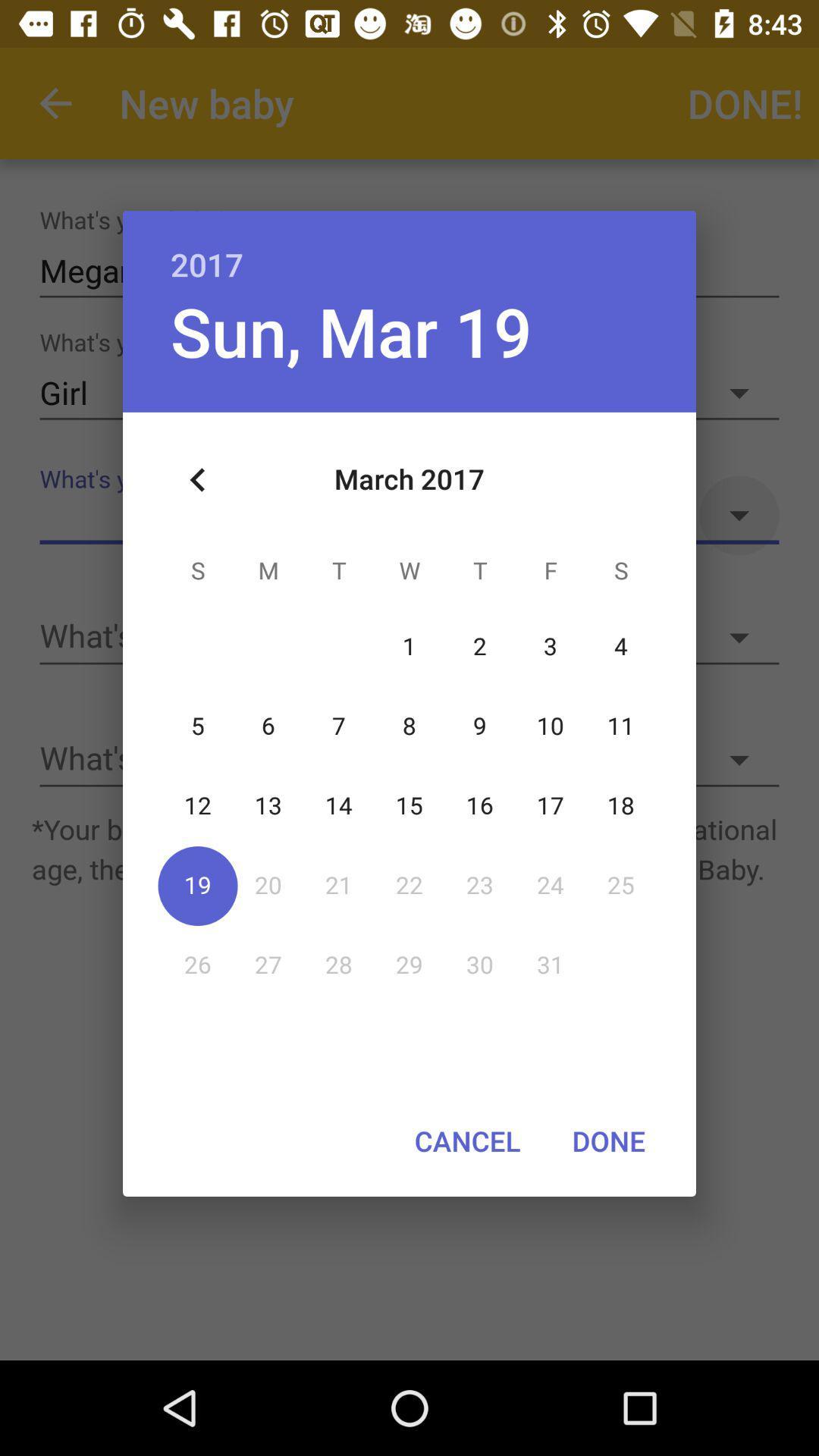  I want to click on done at the bottom right corner, so click(607, 1141).